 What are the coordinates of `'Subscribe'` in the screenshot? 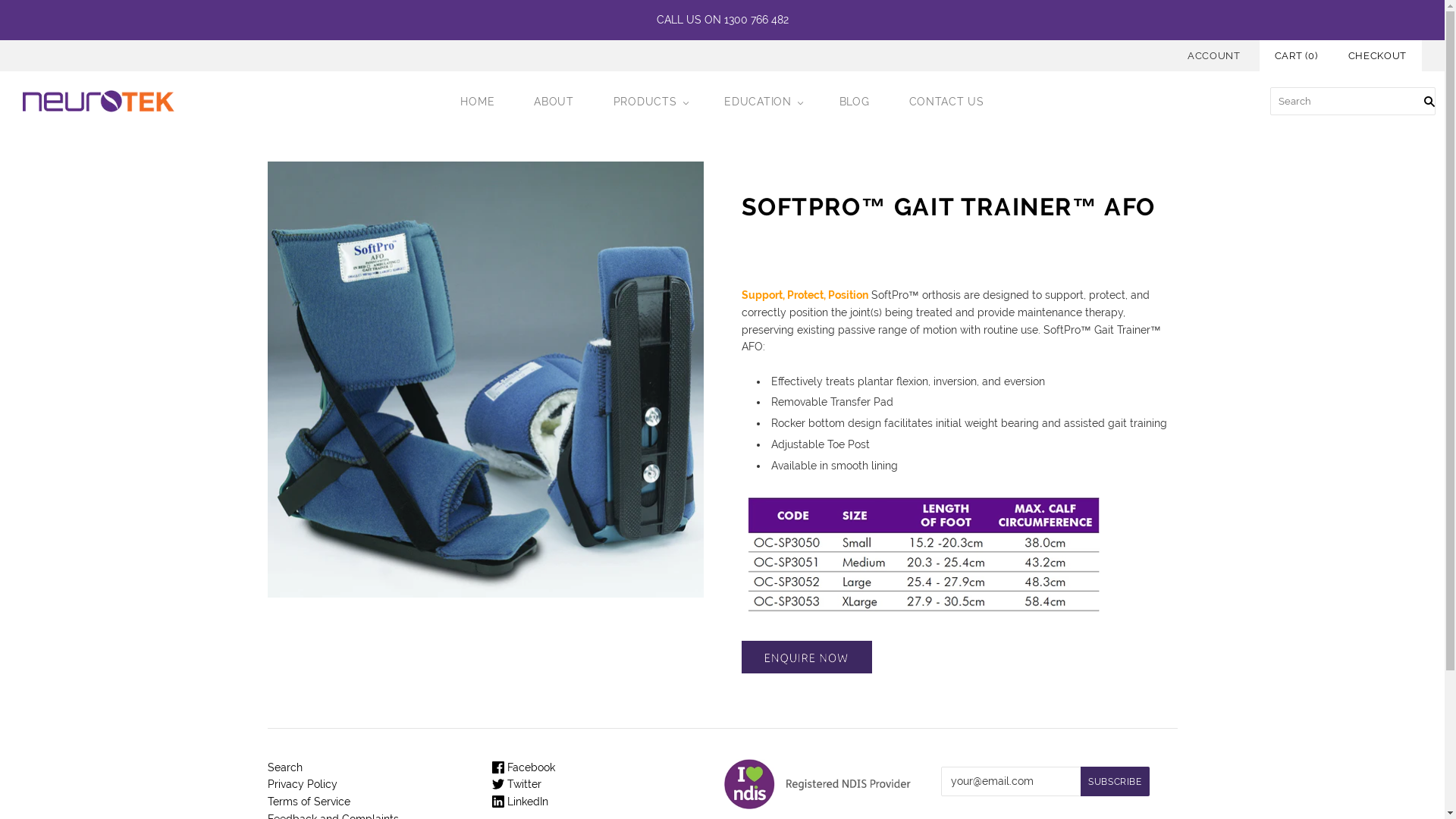 It's located at (1080, 781).